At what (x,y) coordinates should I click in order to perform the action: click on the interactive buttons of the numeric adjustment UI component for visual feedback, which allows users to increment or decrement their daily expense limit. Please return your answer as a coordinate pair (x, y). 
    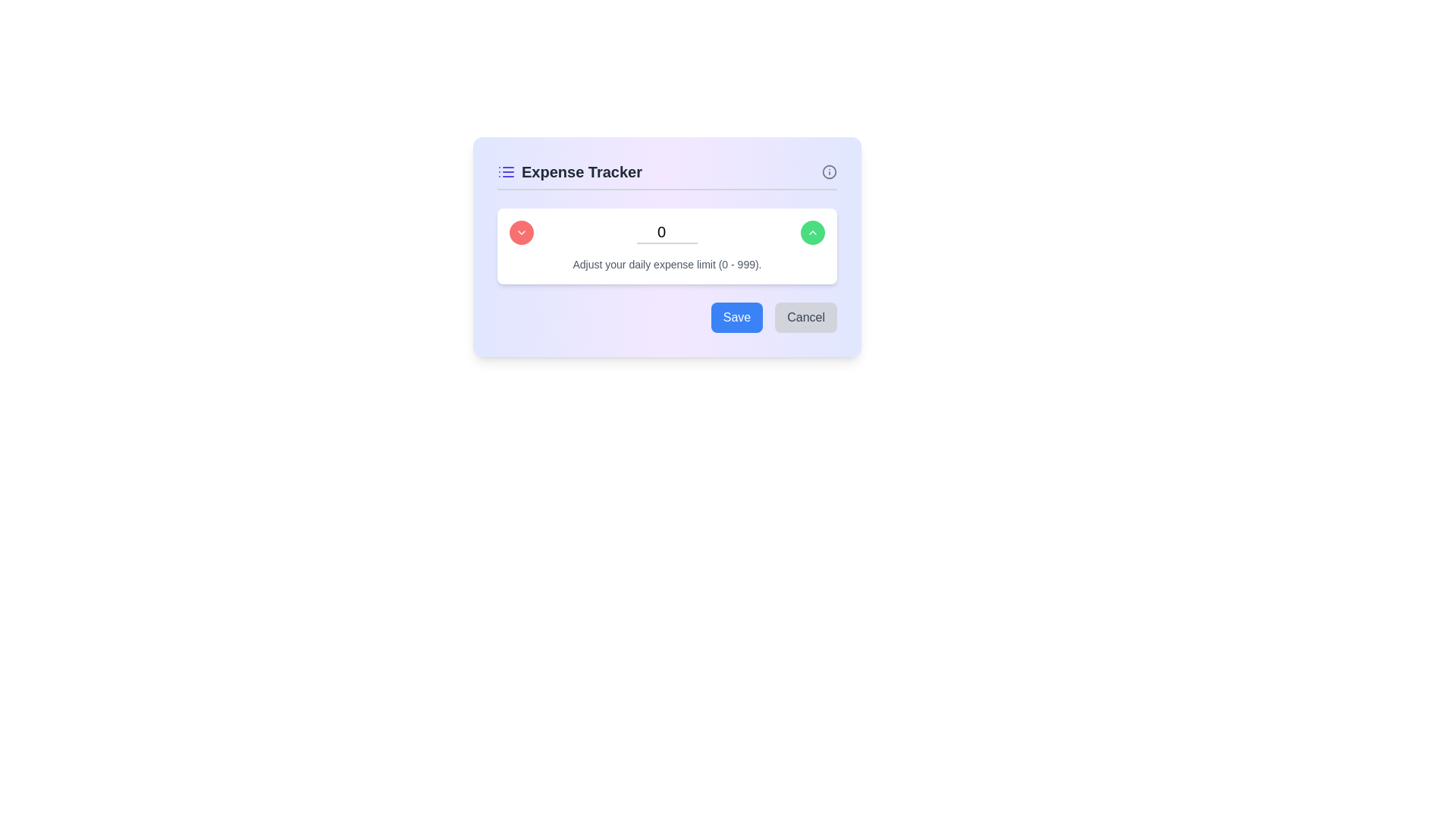
    Looking at the image, I should click on (667, 245).